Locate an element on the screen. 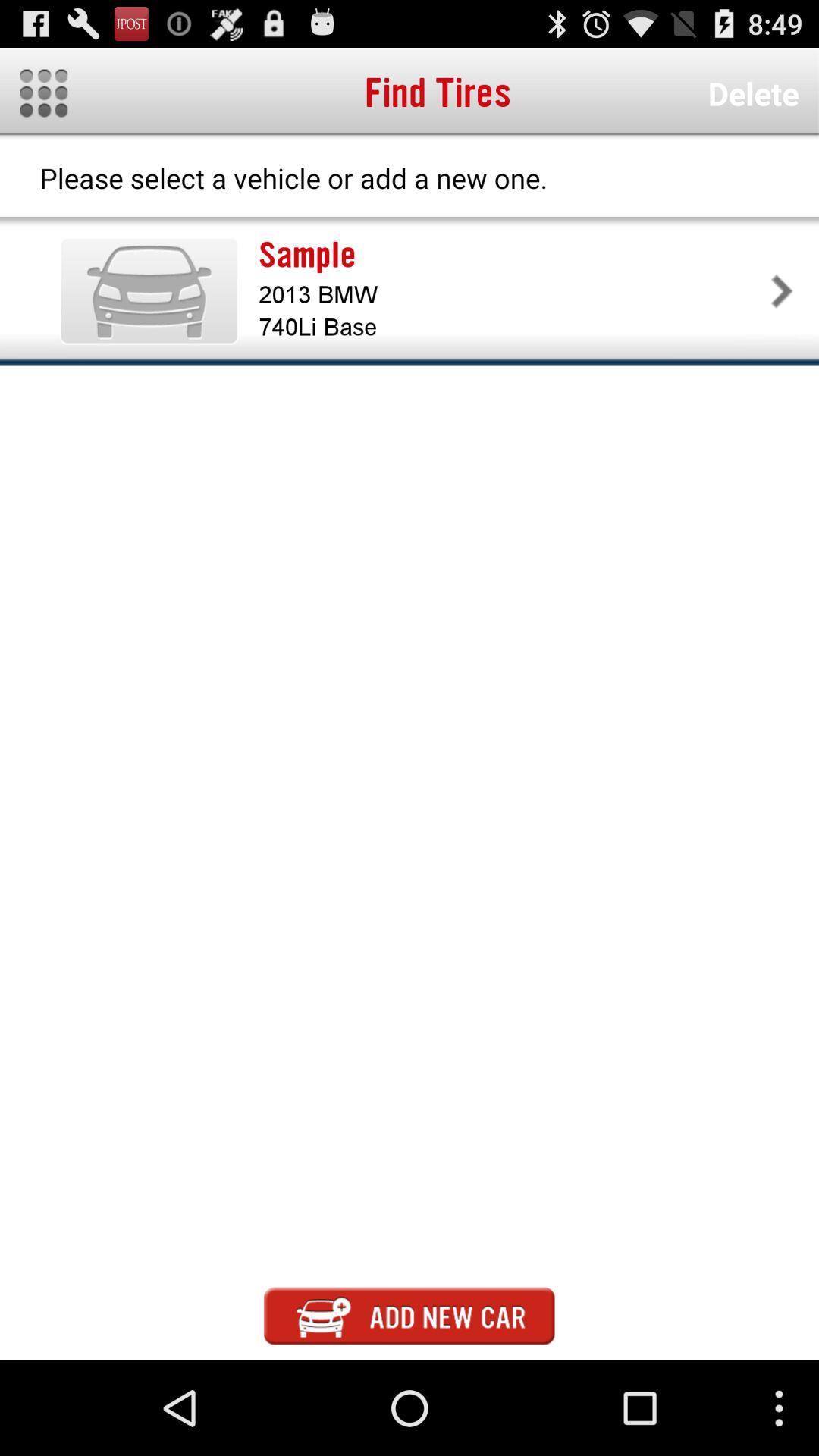  icon below the sample item is located at coordinates (512, 294).